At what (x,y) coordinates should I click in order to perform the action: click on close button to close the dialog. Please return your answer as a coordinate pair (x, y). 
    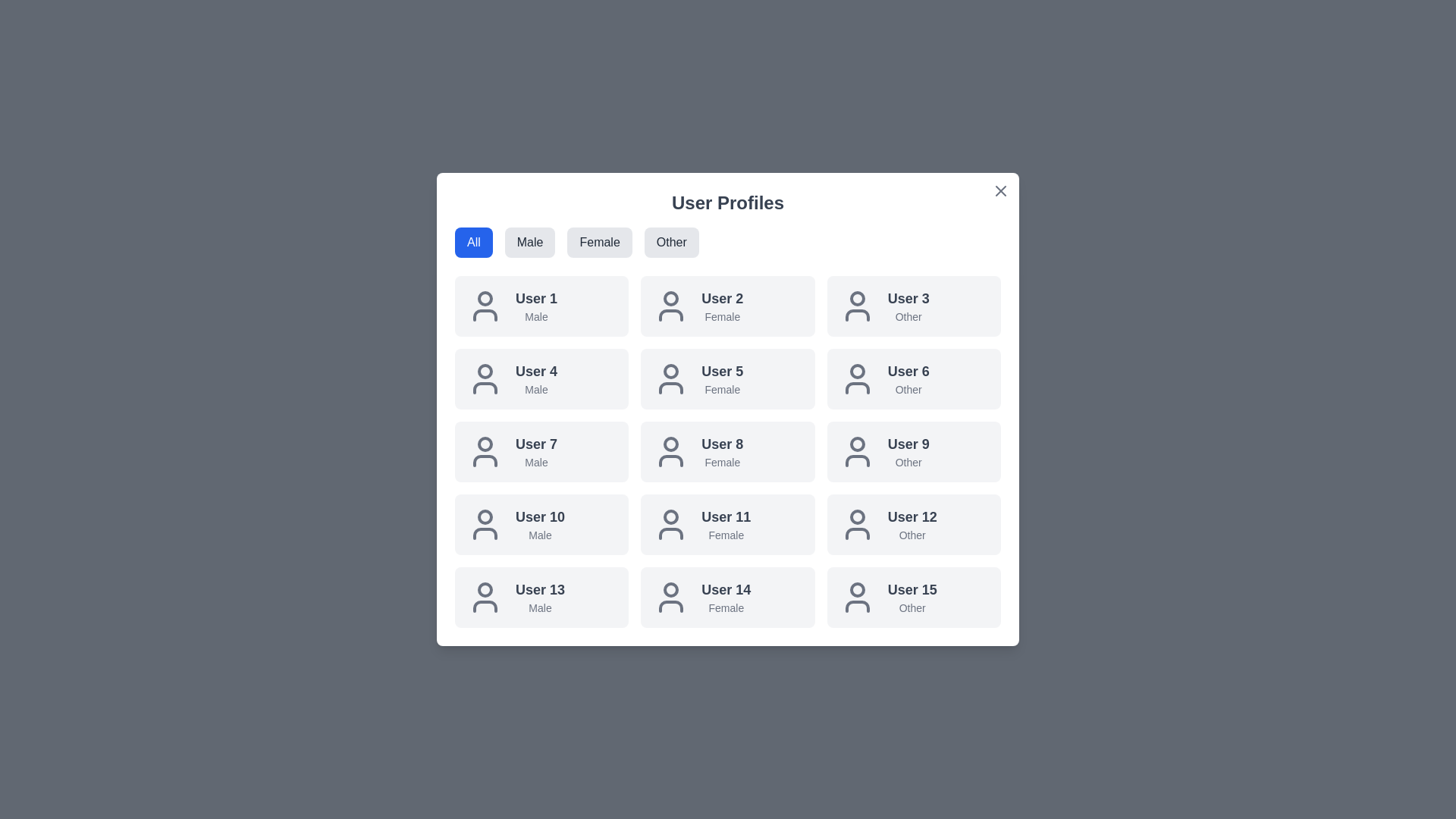
    Looking at the image, I should click on (1001, 190).